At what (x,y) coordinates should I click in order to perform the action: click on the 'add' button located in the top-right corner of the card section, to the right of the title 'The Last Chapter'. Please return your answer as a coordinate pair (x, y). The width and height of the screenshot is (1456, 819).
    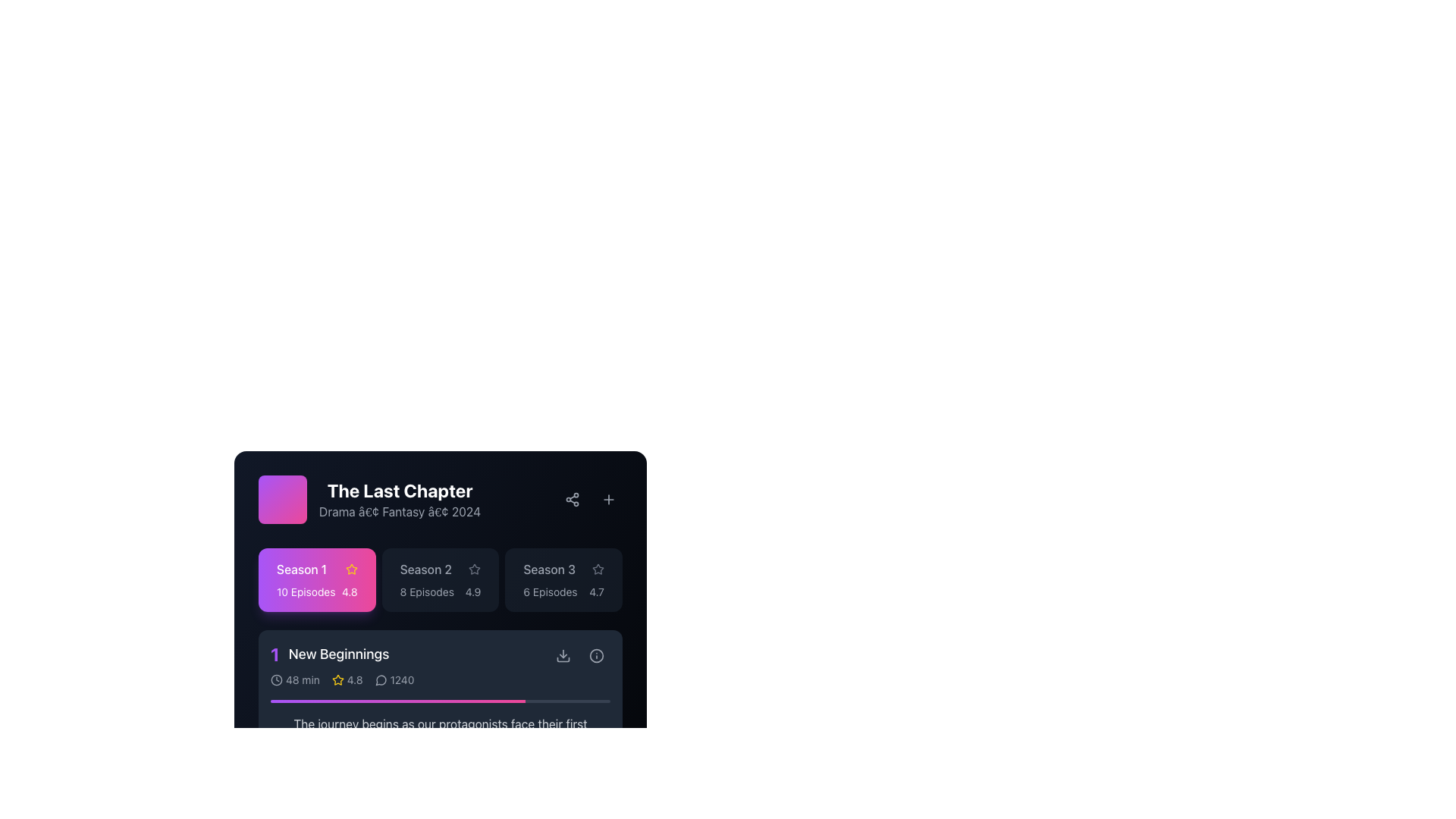
    Looking at the image, I should click on (608, 500).